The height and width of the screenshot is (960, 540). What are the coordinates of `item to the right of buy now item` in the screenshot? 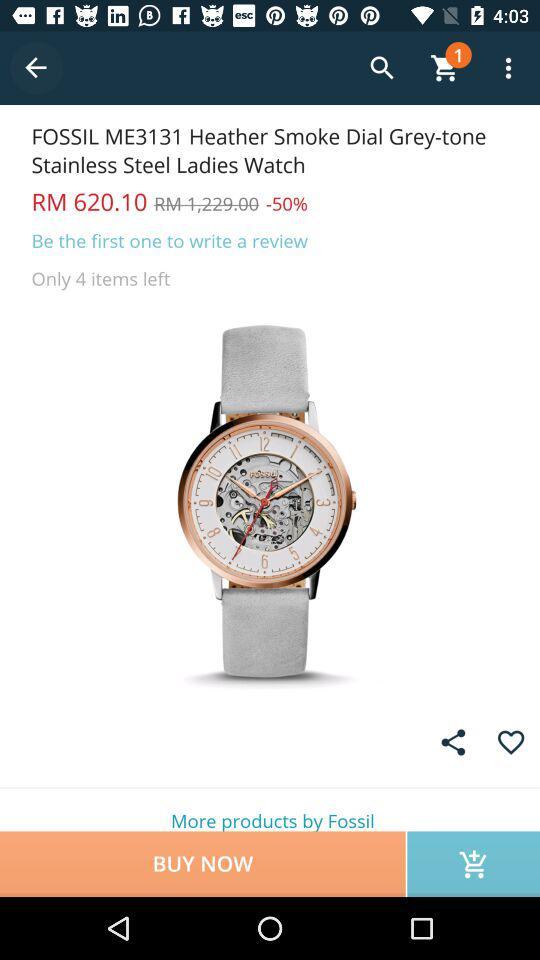 It's located at (472, 863).